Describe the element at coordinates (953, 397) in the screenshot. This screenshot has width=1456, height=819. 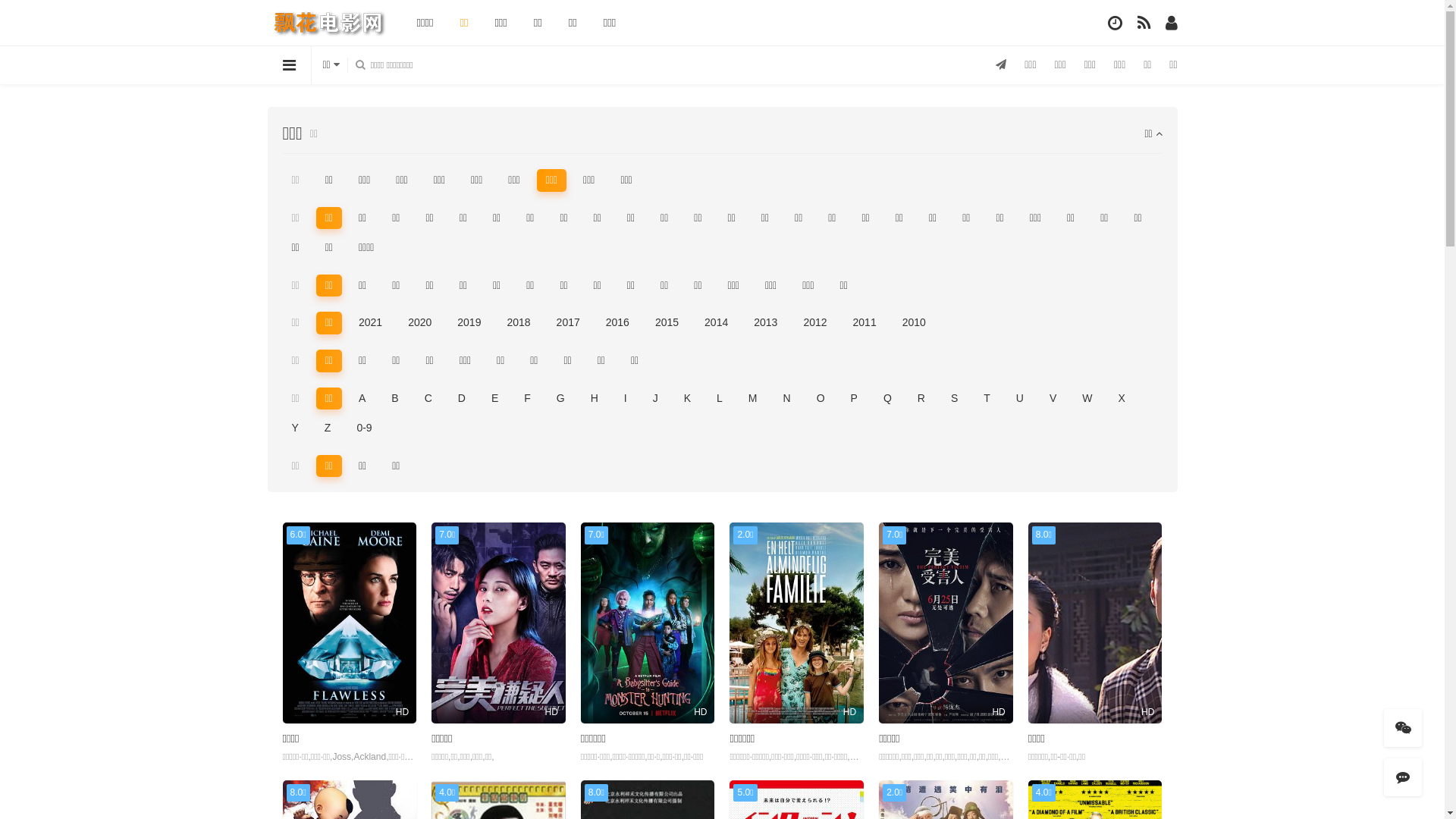
I see `'S'` at that location.